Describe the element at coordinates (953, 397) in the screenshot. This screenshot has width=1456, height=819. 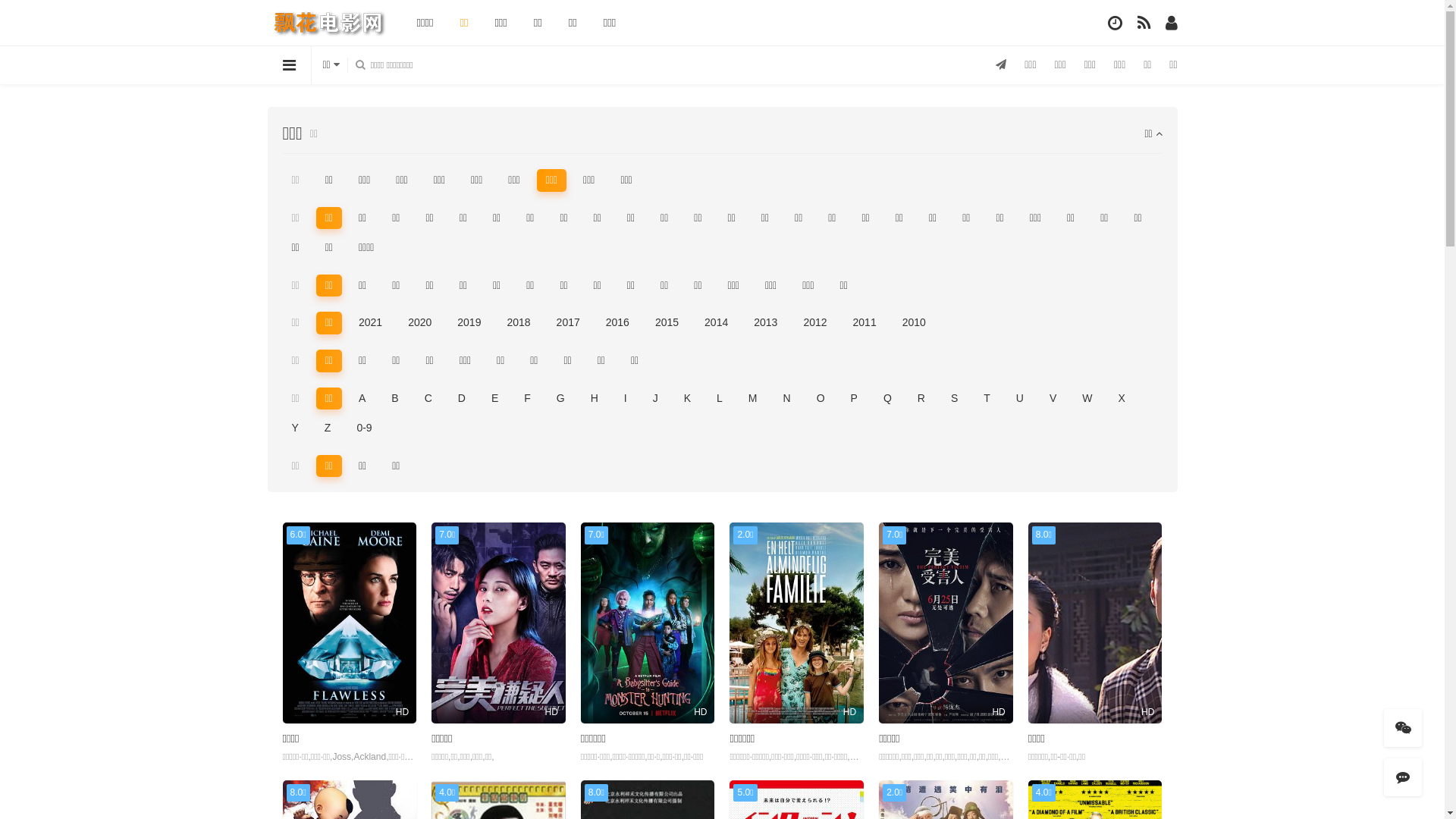
I see `'S'` at that location.